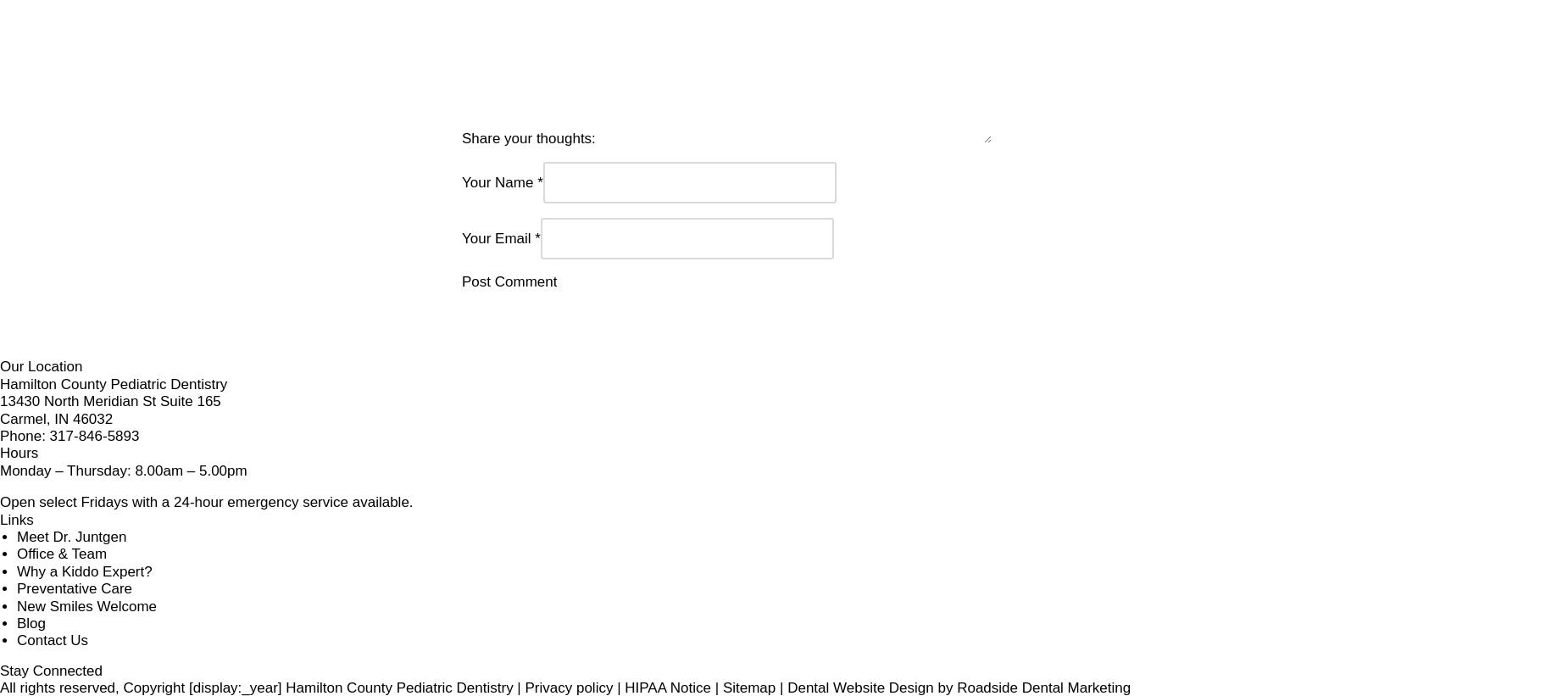 Image resolution: width=1568 pixels, height=696 pixels. What do you see at coordinates (859, 539) in the screenshot?
I see `'Office & Team'` at bounding box center [859, 539].